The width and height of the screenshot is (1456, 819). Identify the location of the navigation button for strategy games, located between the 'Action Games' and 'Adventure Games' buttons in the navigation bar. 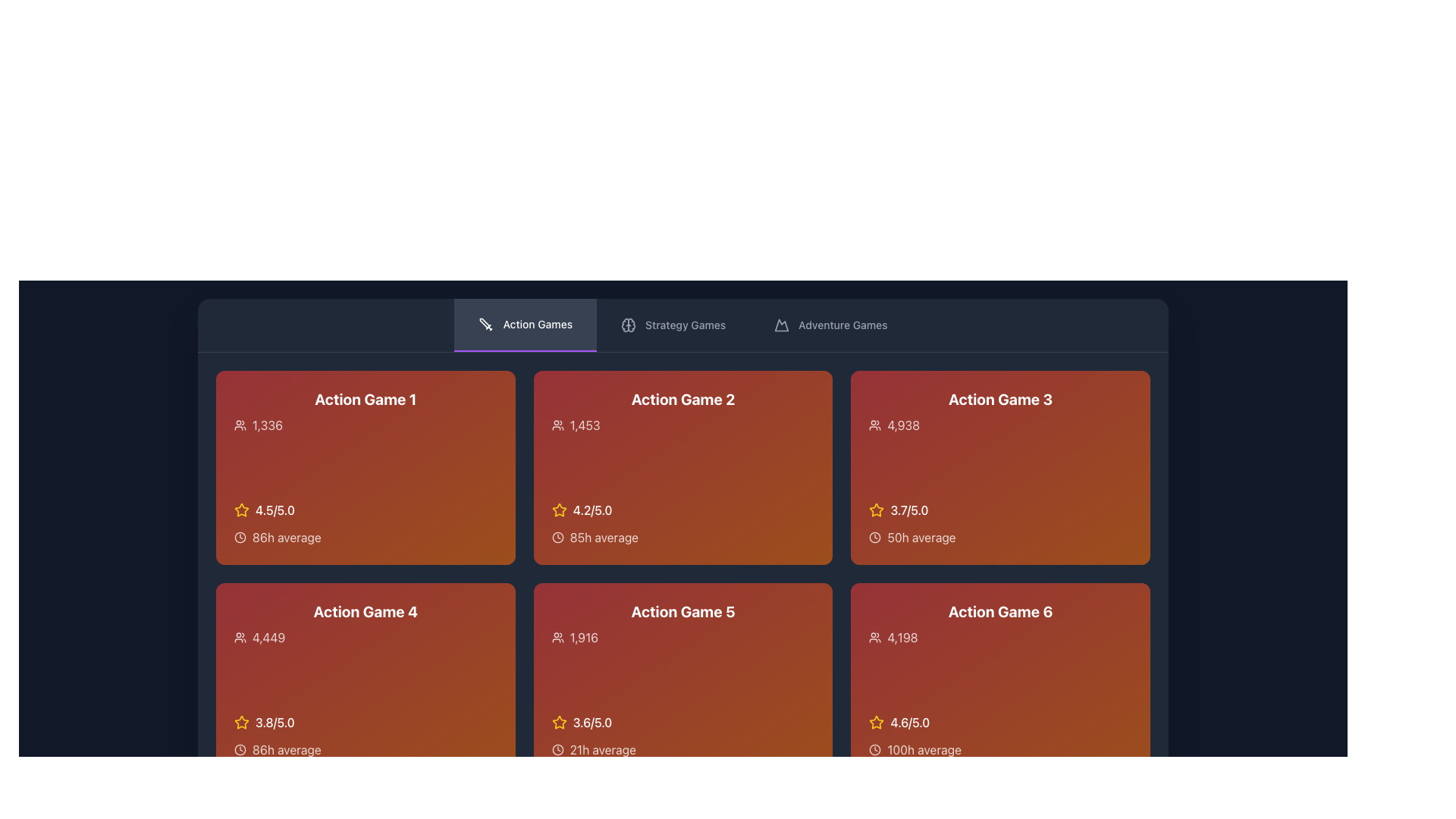
(673, 324).